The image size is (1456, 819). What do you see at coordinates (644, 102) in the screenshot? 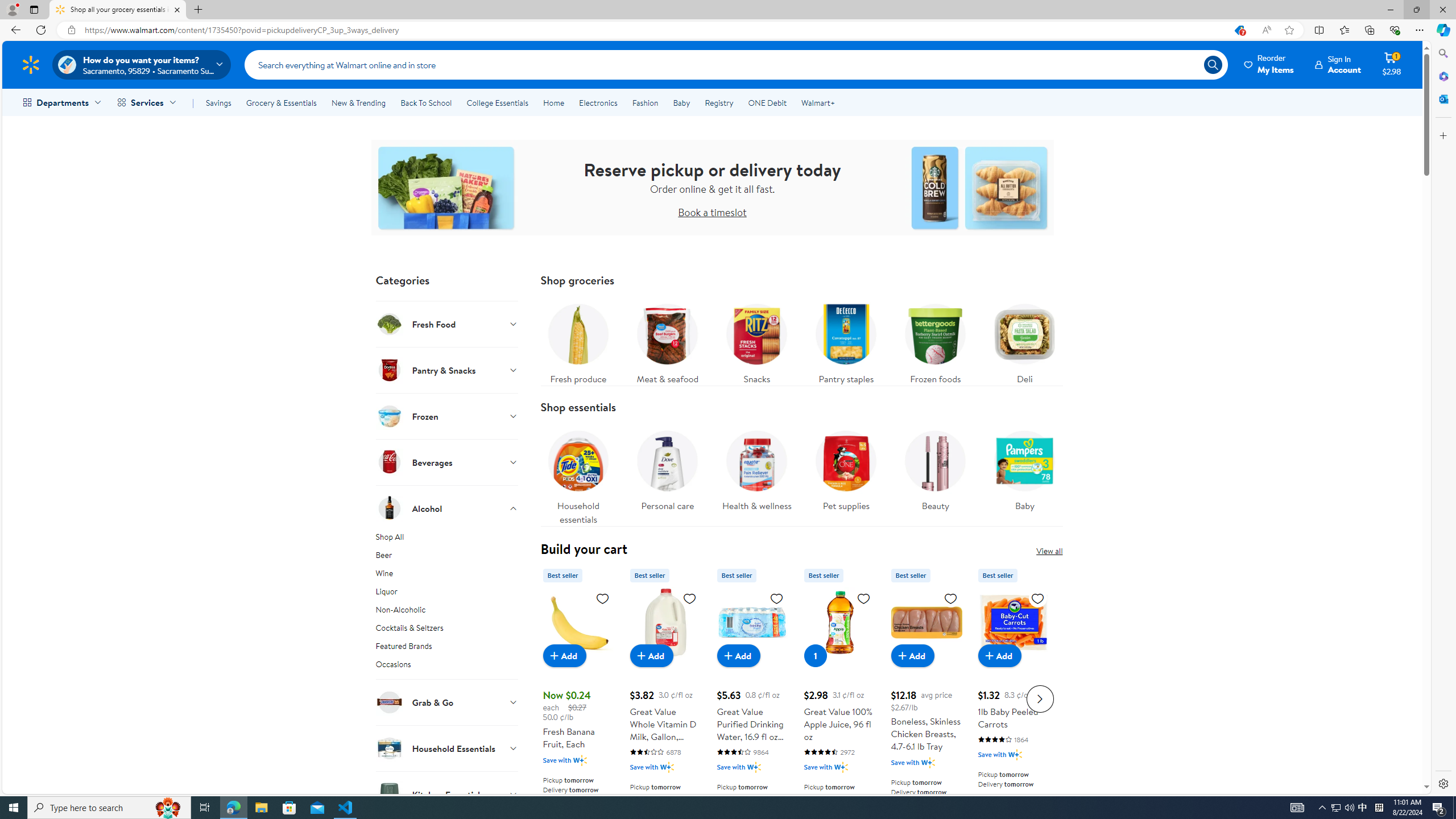
I see `'Fashion'` at bounding box center [644, 102].